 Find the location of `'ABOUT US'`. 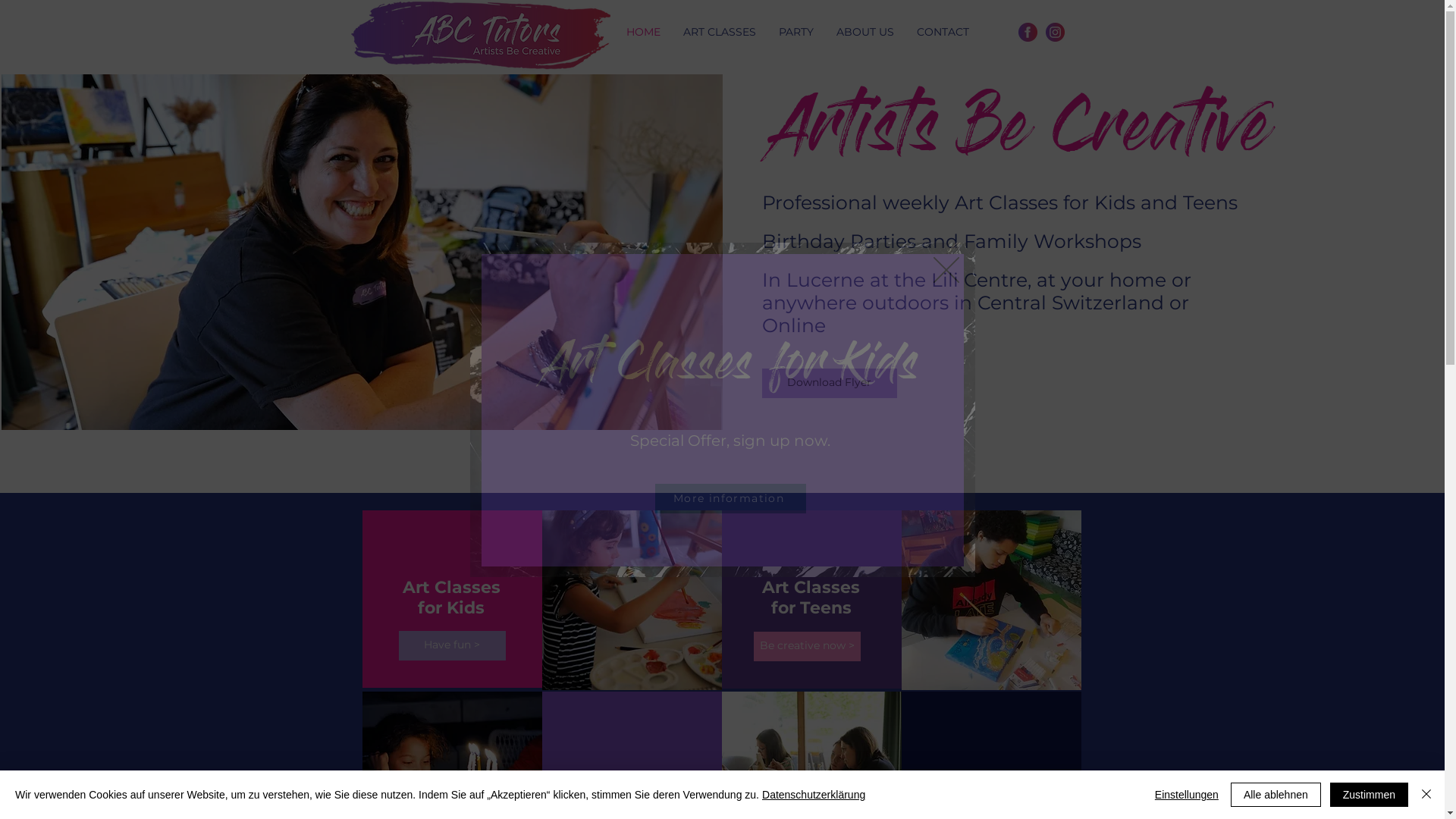

'ABOUT US' is located at coordinates (865, 32).